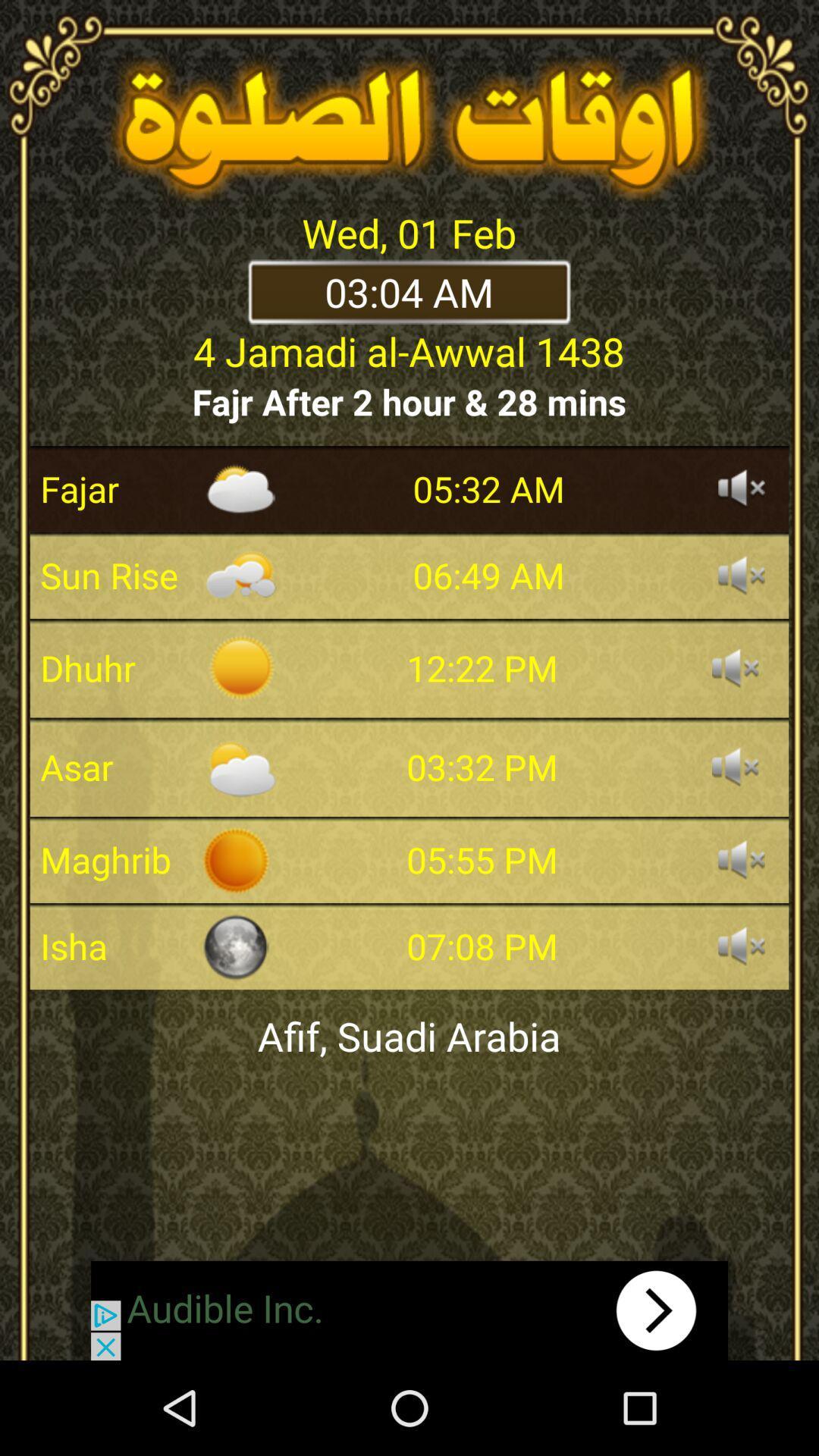 The height and width of the screenshot is (1456, 819). I want to click on mute/unmute option, so click(734, 667).